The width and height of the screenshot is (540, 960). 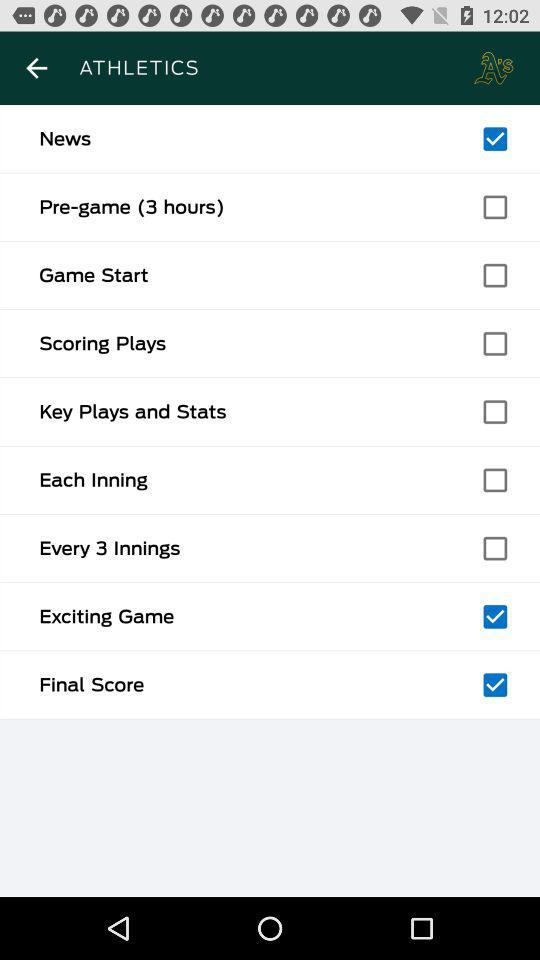 I want to click on filter, so click(x=494, y=615).